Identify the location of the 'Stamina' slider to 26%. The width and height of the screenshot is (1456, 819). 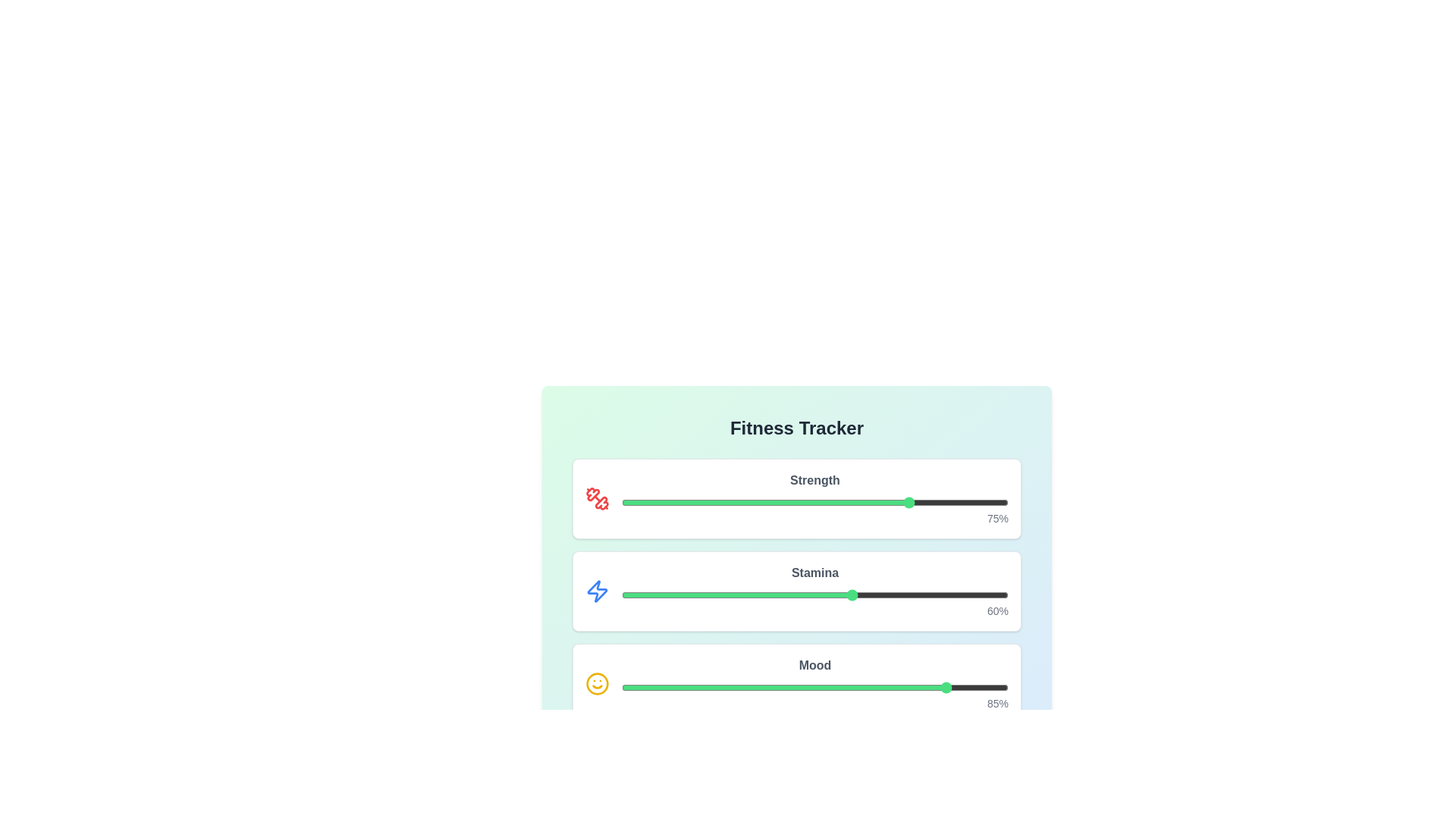
(721, 595).